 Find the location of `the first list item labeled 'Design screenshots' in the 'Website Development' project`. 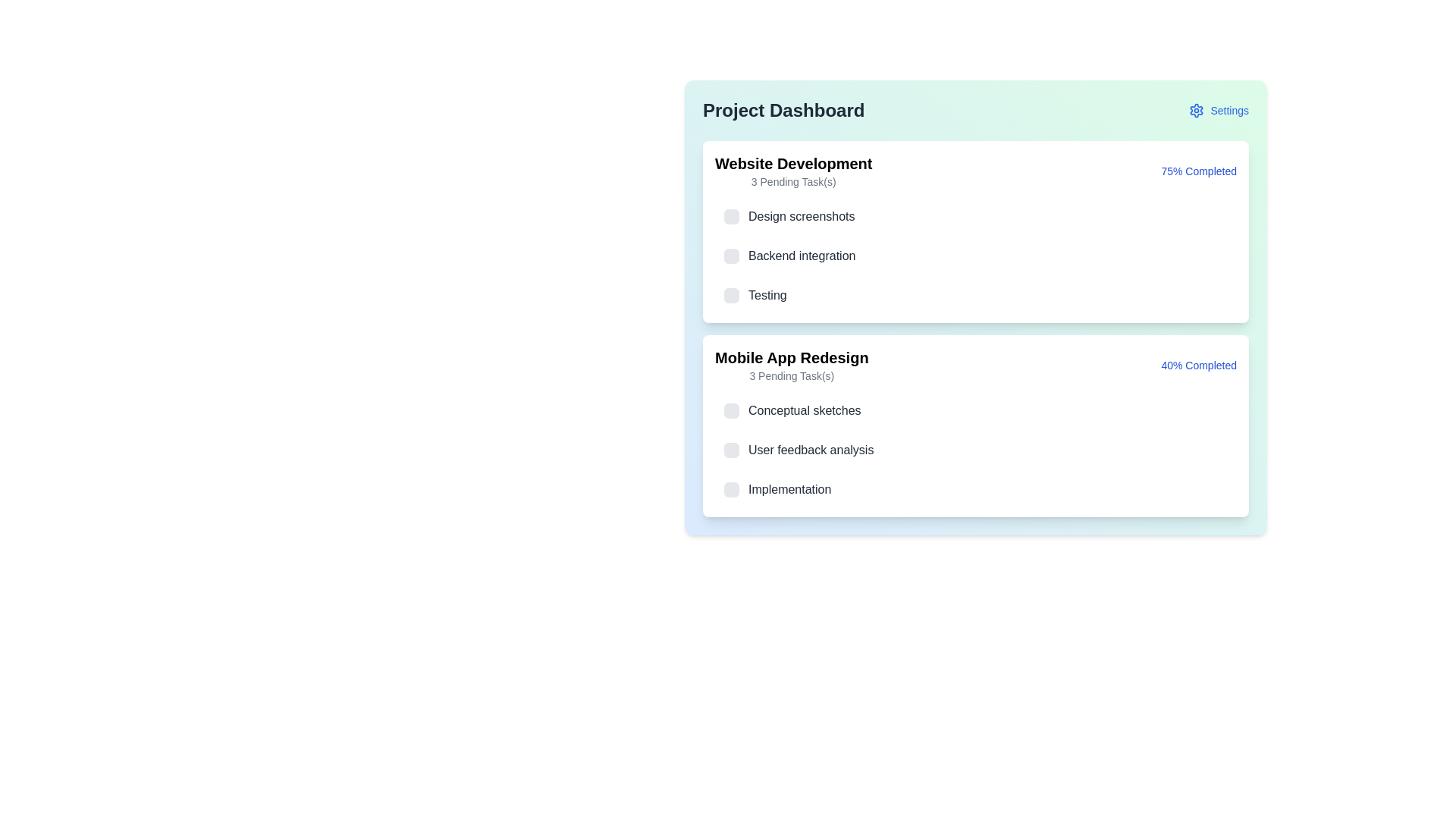

the first list item labeled 'Design screenshots' in the 'Website Development' project is located at coordinates (975, 216).